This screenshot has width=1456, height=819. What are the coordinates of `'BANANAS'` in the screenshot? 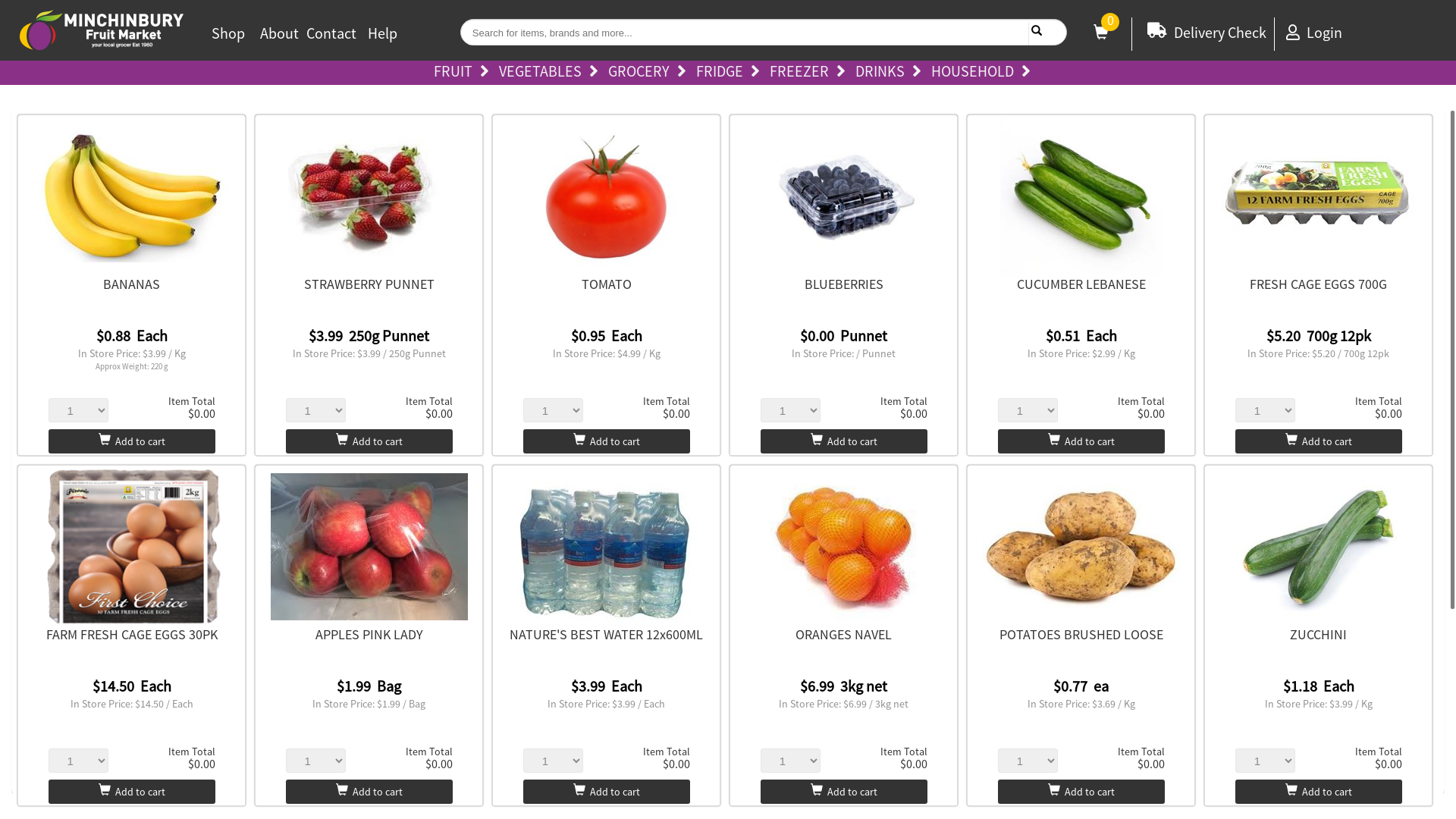 It's located at (102, 284).